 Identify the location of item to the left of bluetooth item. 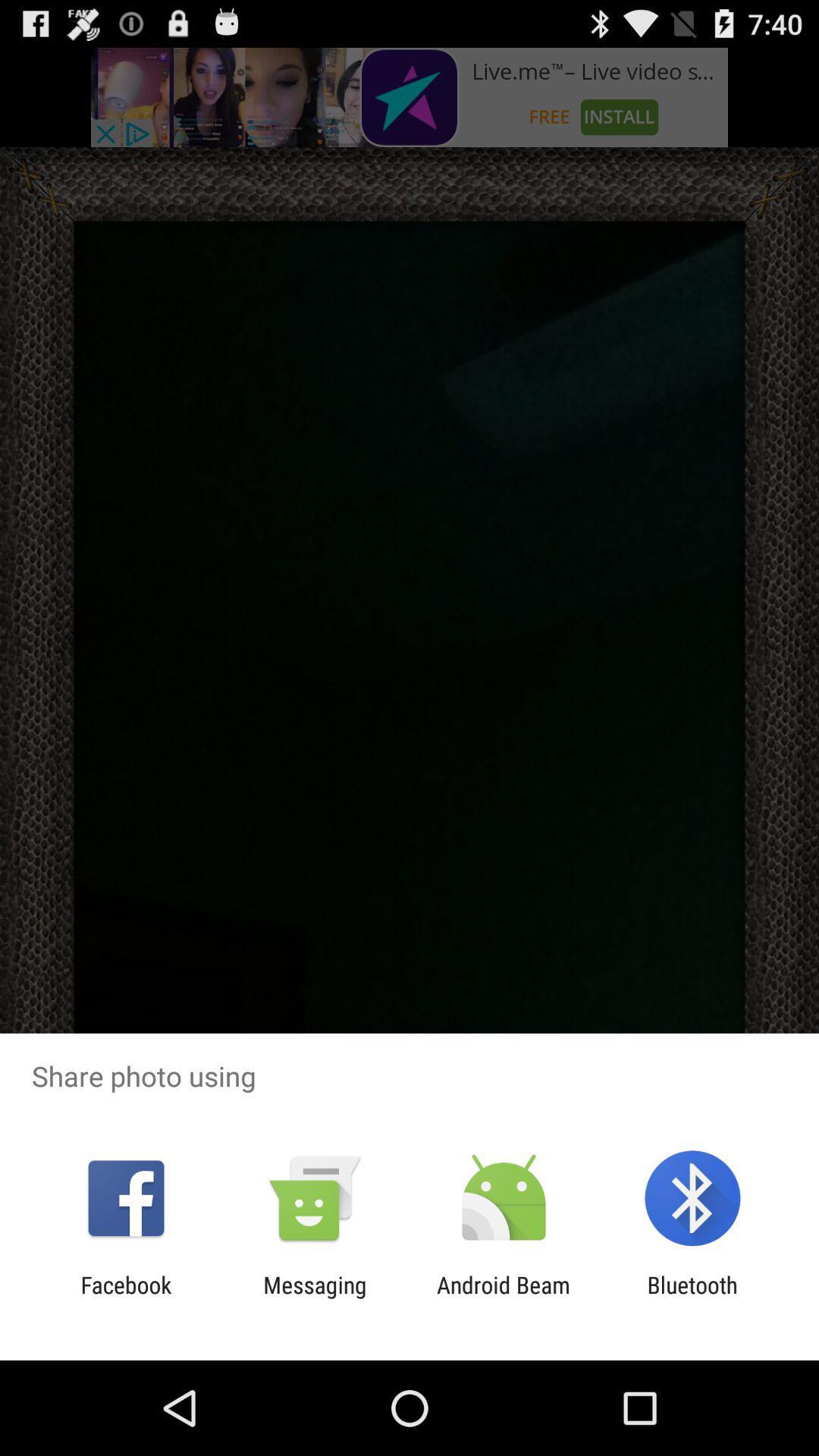
(504, 1298).